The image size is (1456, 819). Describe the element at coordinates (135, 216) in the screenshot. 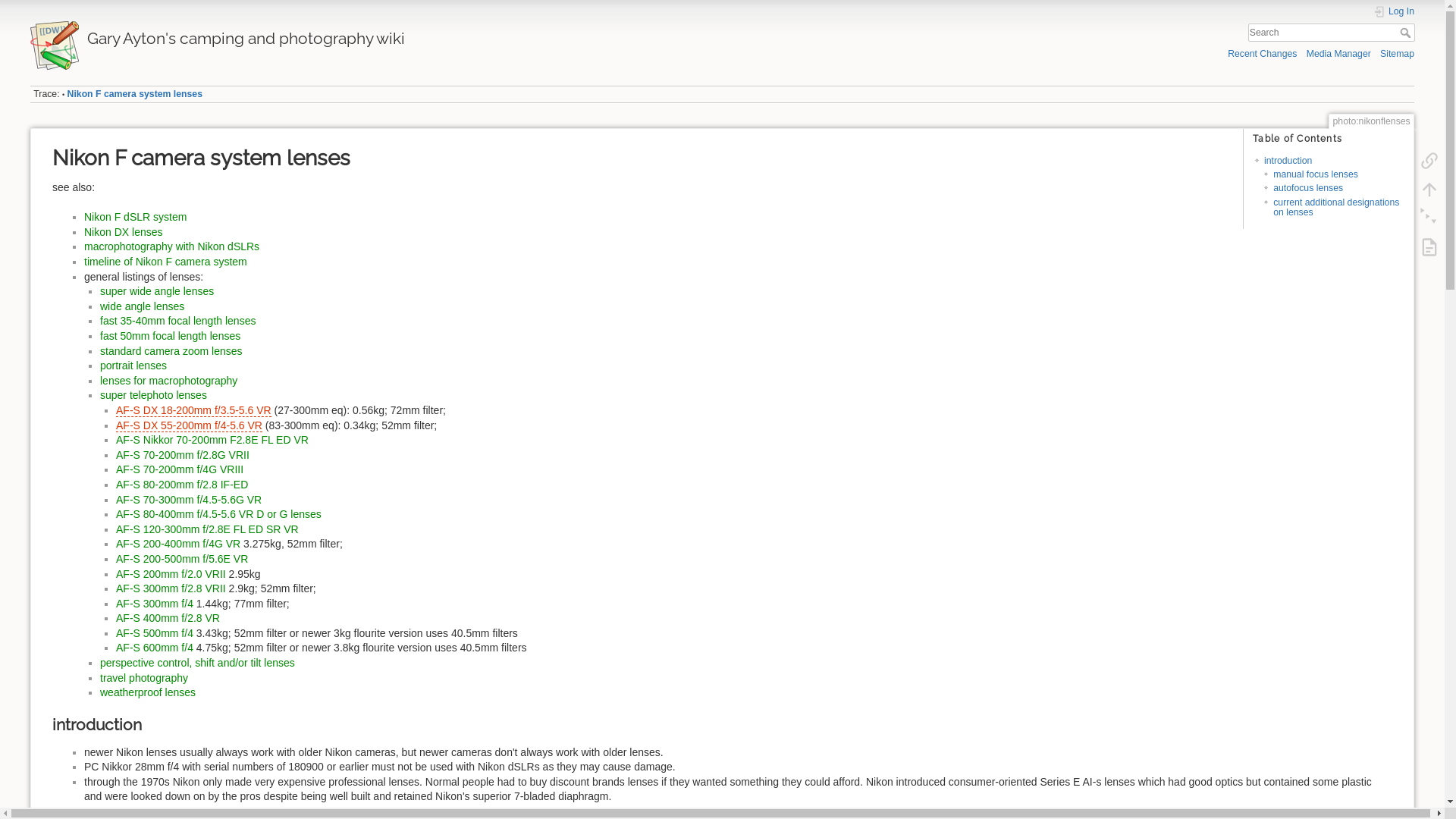

I see `'Nikon F dSLR system'` at that location.